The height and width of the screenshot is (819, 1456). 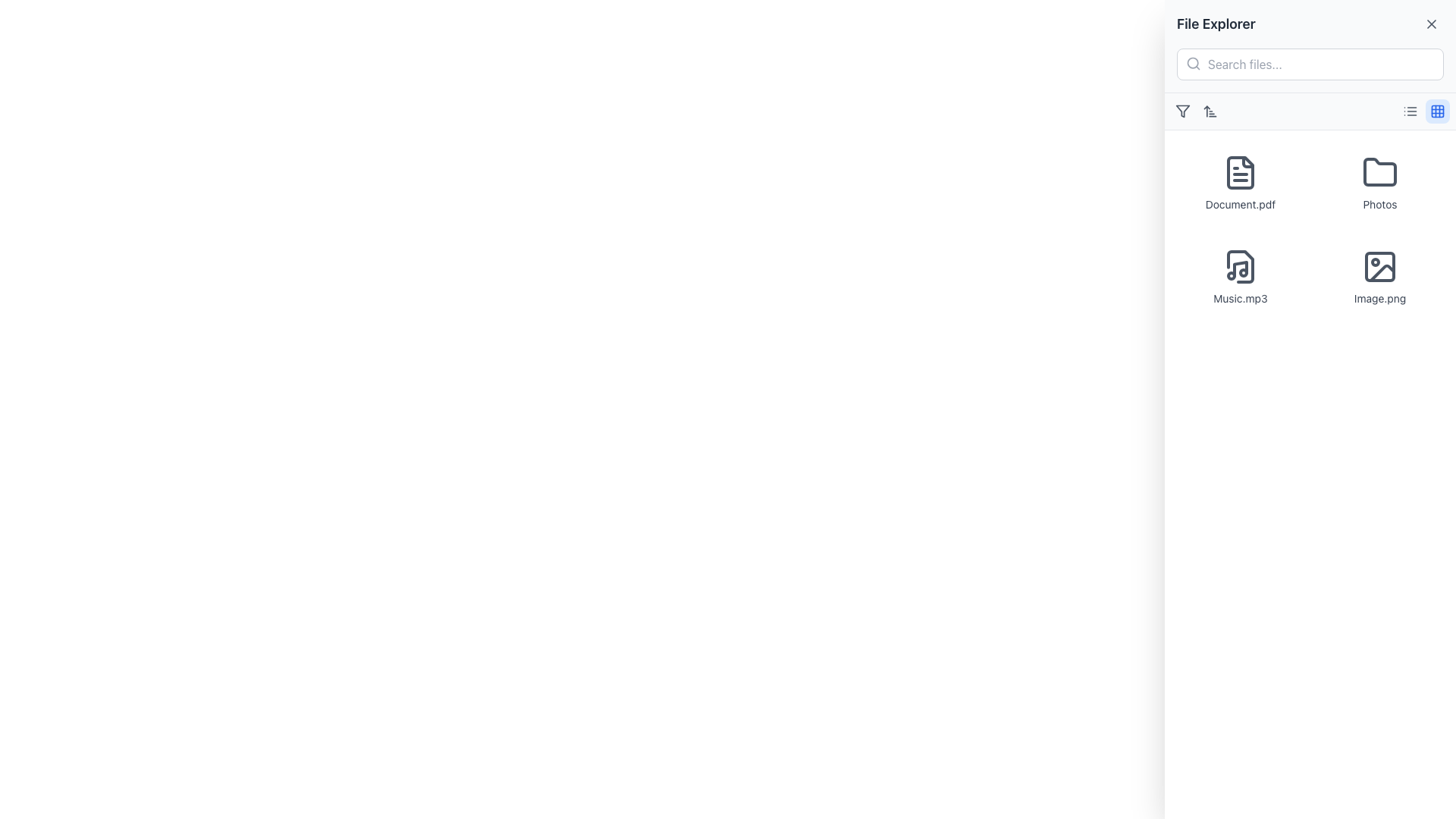 What do you see at coordinates (1182, 110) in the screenshot?
I see `the filter icon located in the top-right corner of the interface, part of a toolbar containing other action icons` at bounding box center [1182, 110].